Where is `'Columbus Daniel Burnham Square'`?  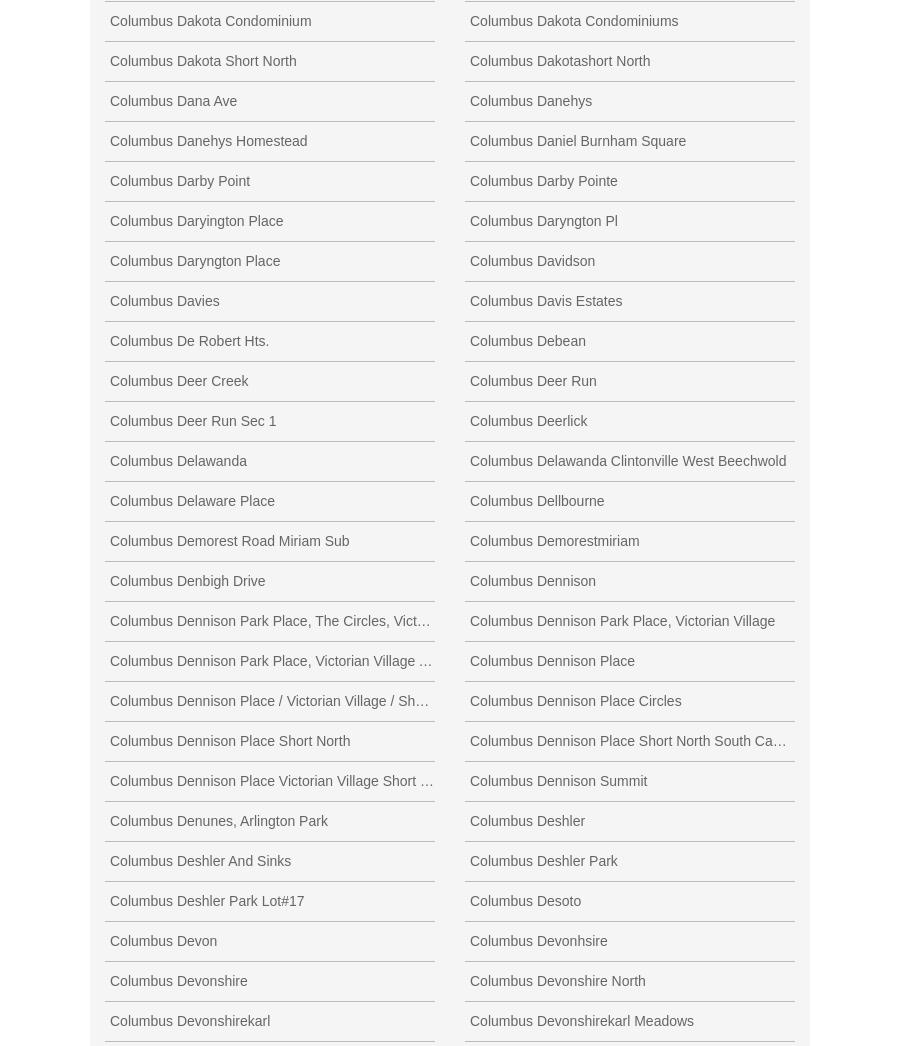
'Columbus Daniel Burnham Square' is located at coordinates (577, 138).